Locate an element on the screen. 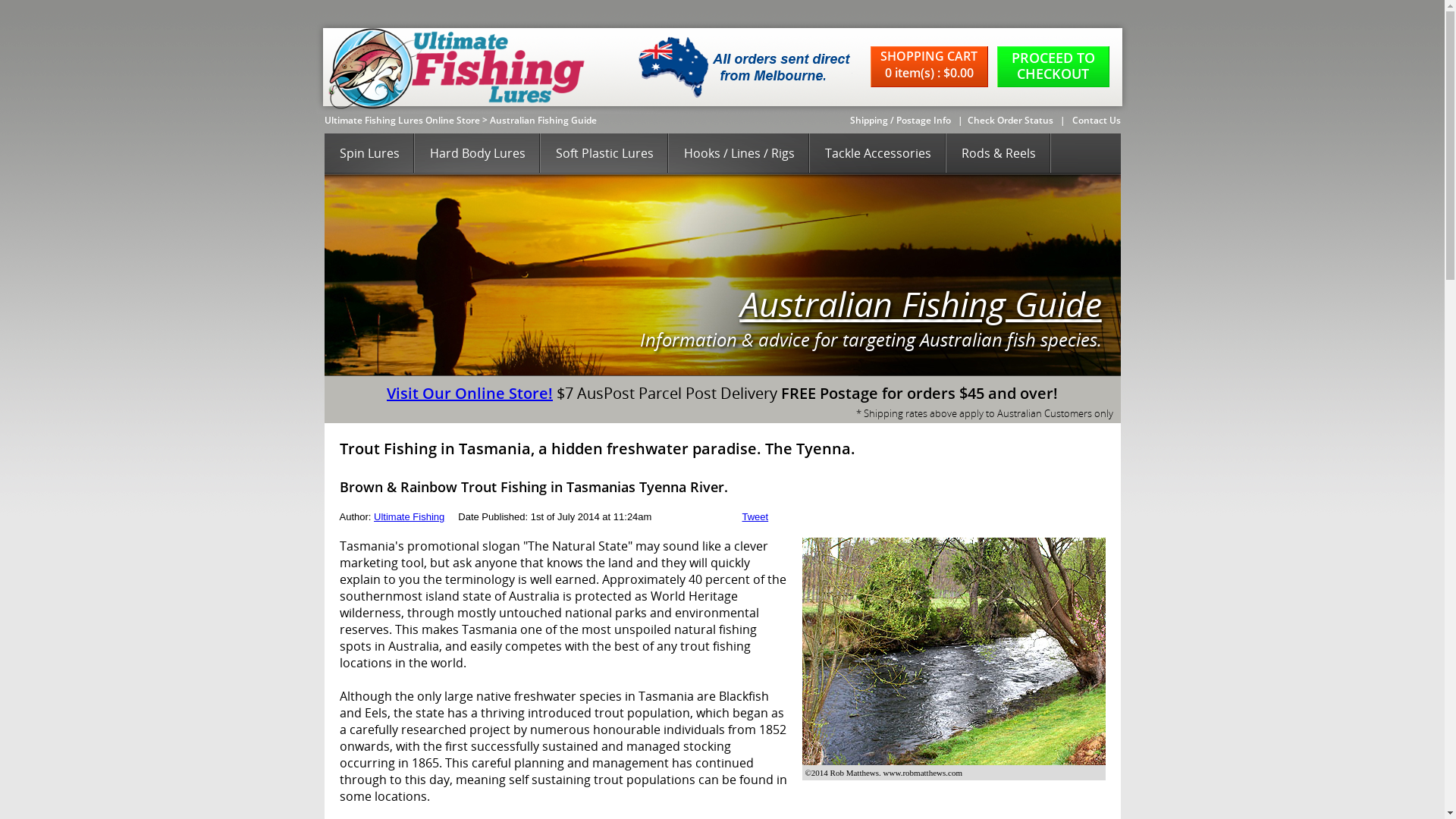 This screenshot has width=1456, height=819. 'Check Order Status' is located at coordinates (1010, 119).